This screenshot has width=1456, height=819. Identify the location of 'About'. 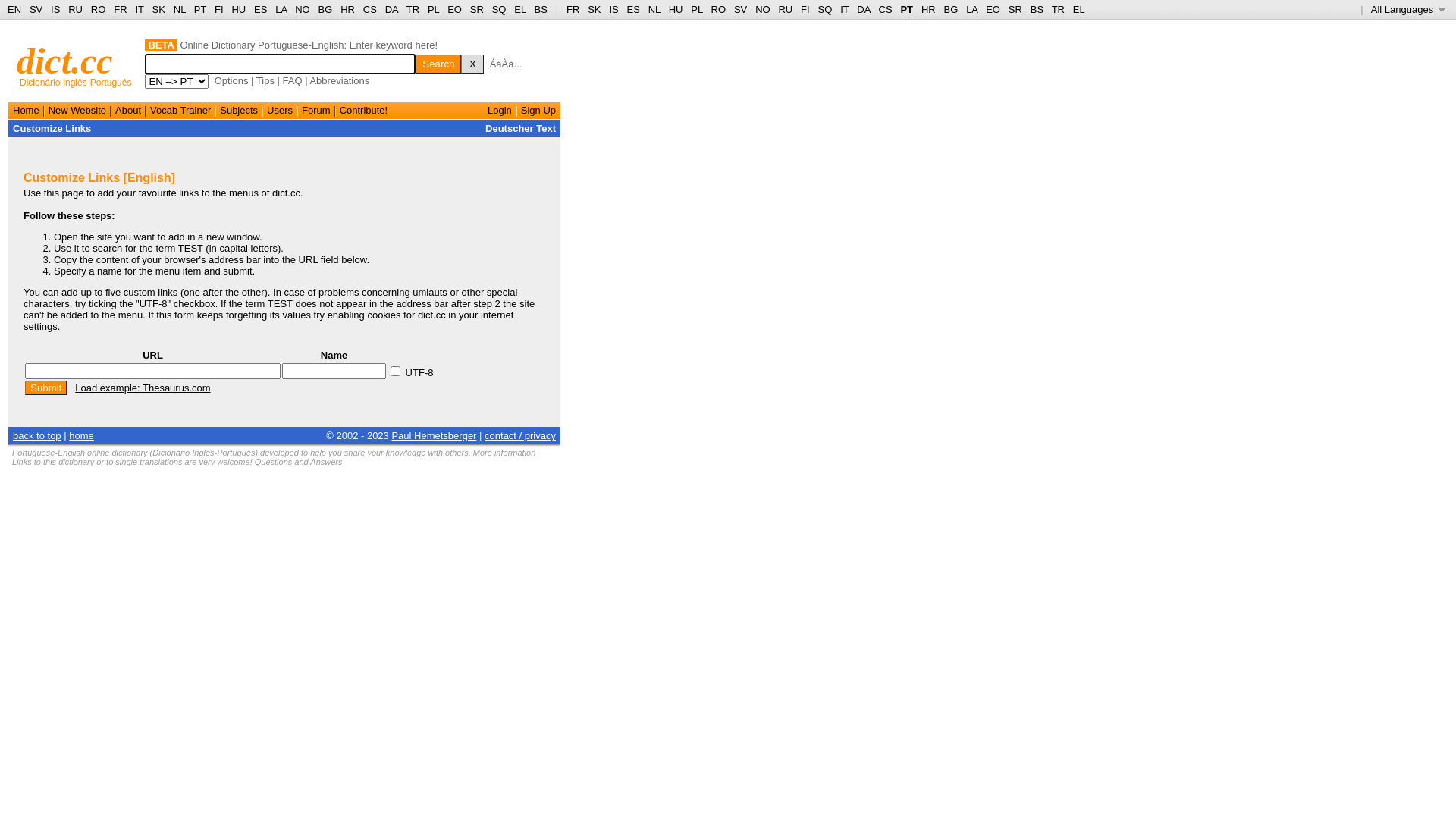
(127, 109).